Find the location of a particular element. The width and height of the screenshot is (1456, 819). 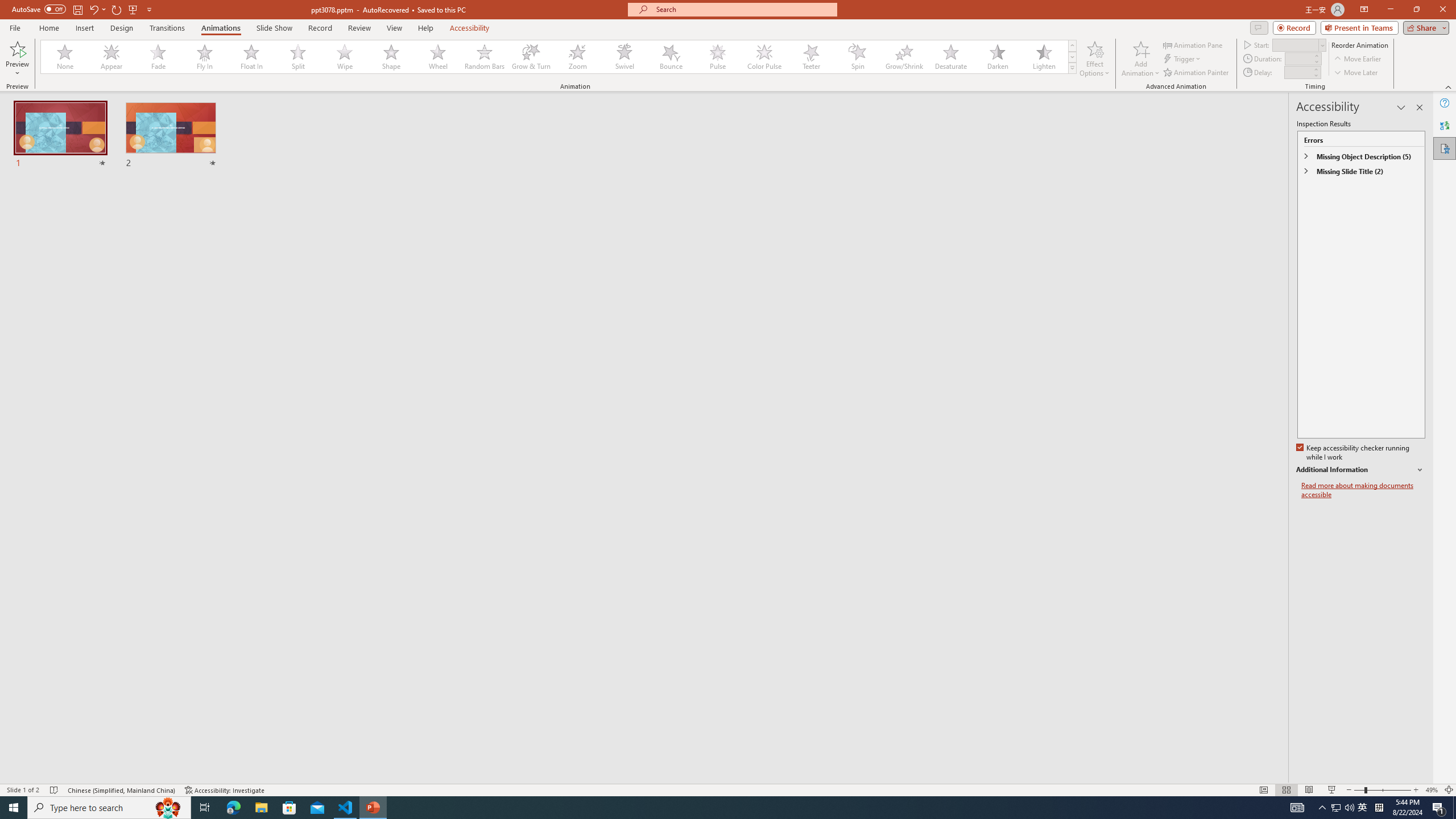

'Zoom 49%' is located at coordinates (1431, 790).